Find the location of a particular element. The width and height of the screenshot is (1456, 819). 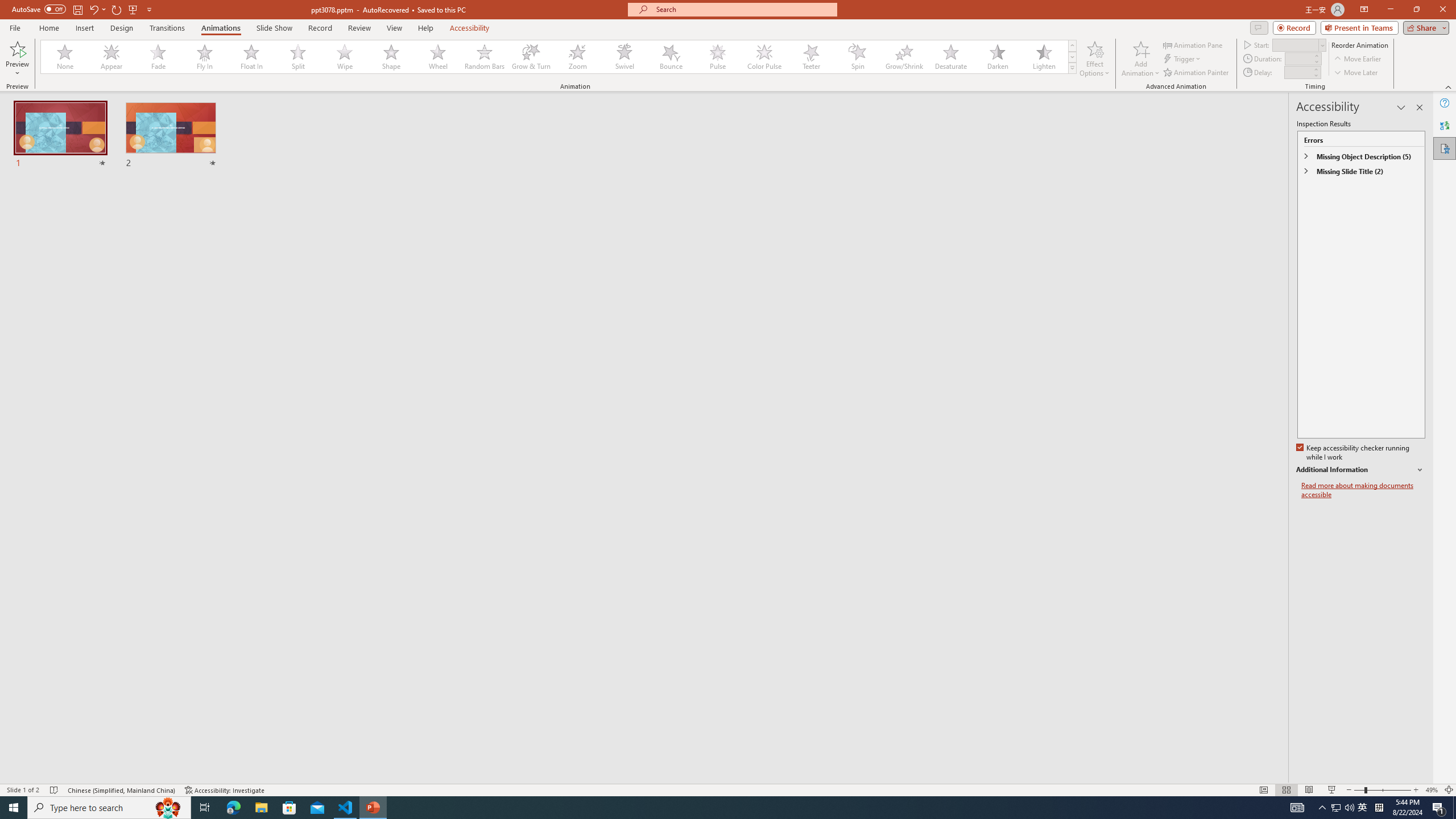

'Zoom 49%' is located at coordinates (1431, 790).